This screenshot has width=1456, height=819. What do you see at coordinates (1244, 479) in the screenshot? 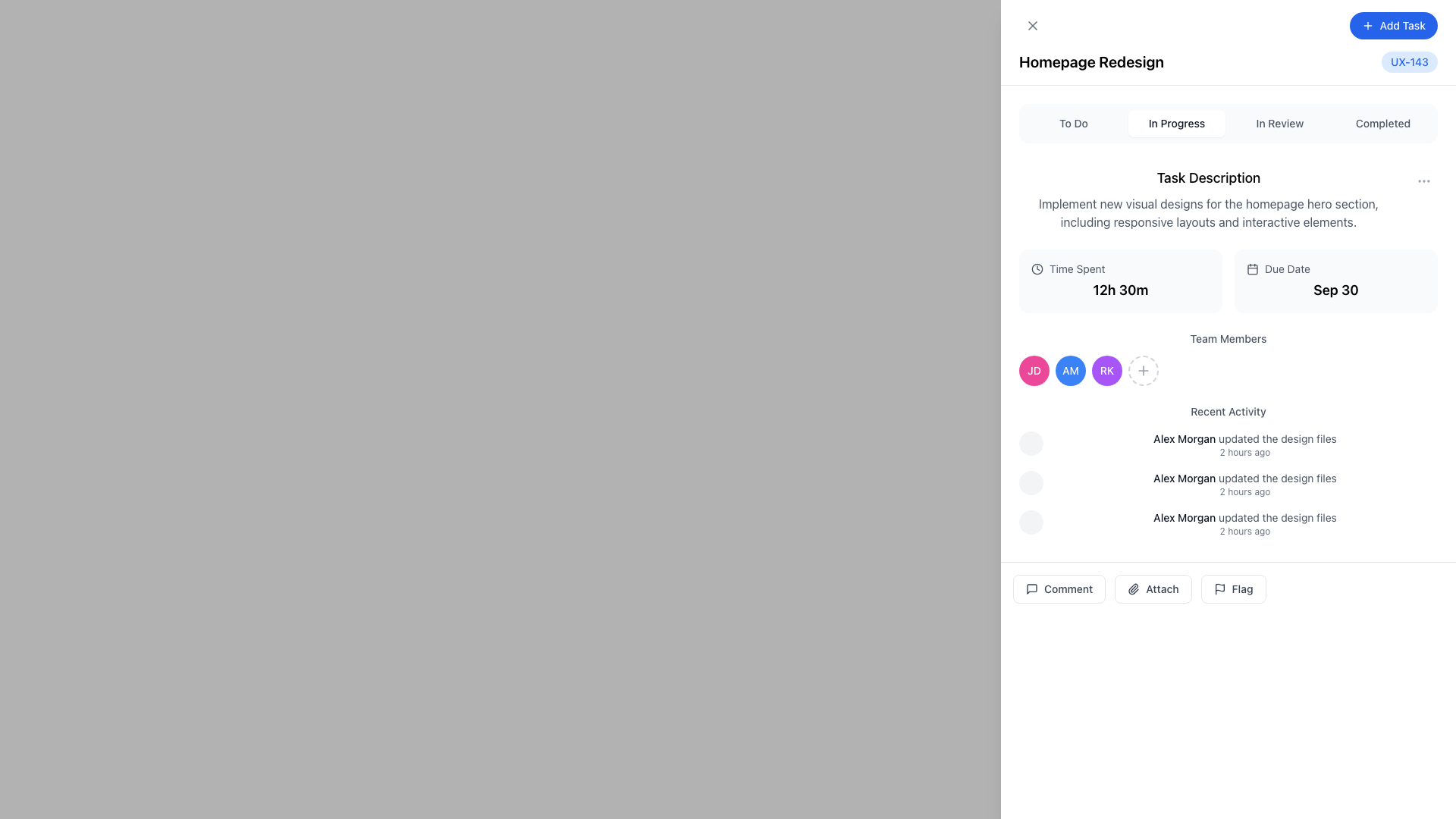
I see `the text element displaying 'Alex Morgan updated the design files' in the Recent Activity section, which is styled with a small gray font and has 'Alex Morgan' in bold` at bounding box center [1244, 479].